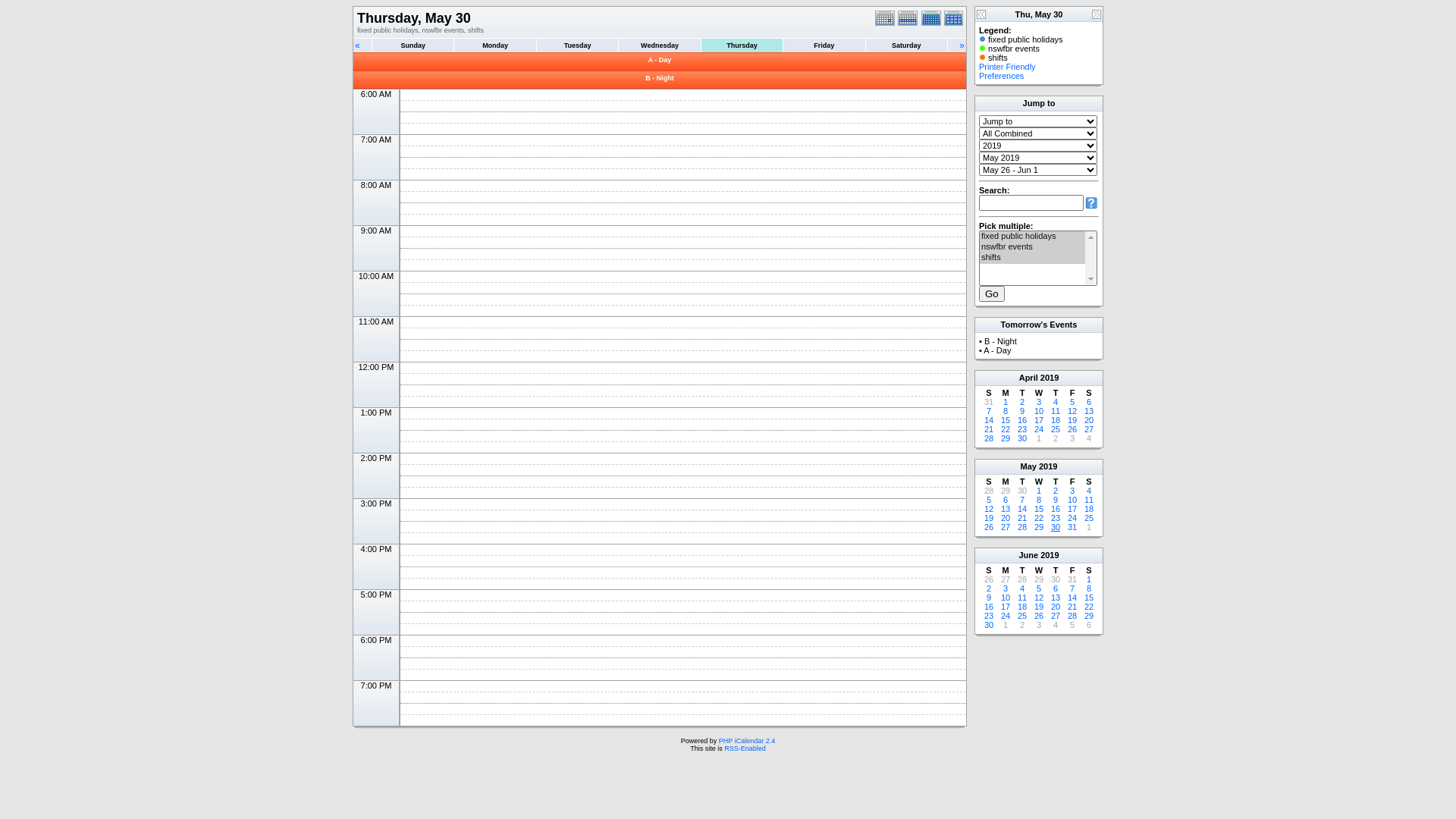 This screenshot has width=1456, height=819. I want to click on '20', so click(1087, 420).